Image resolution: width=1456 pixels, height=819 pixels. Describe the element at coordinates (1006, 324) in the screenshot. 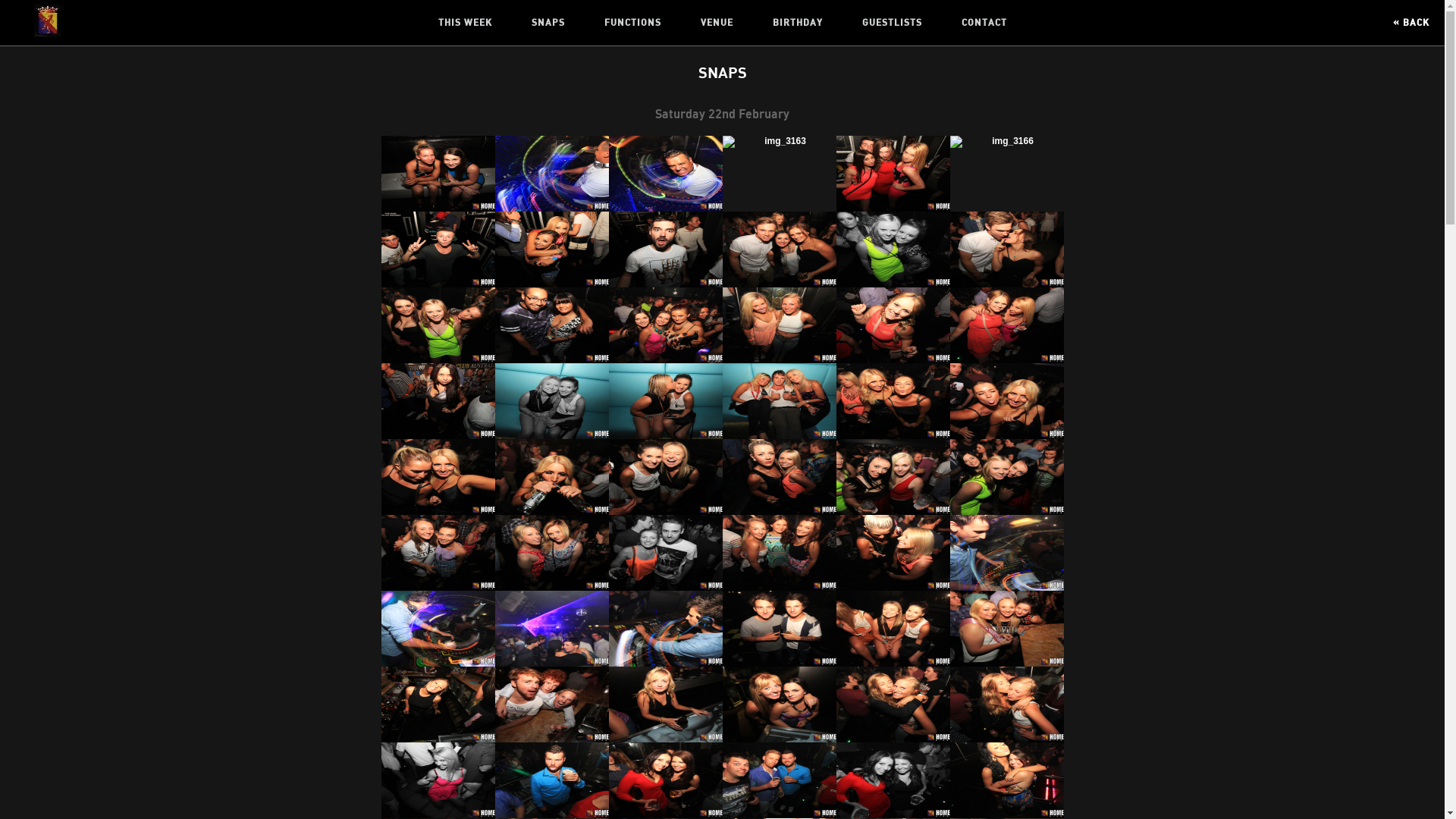

I see `' '` at that location.